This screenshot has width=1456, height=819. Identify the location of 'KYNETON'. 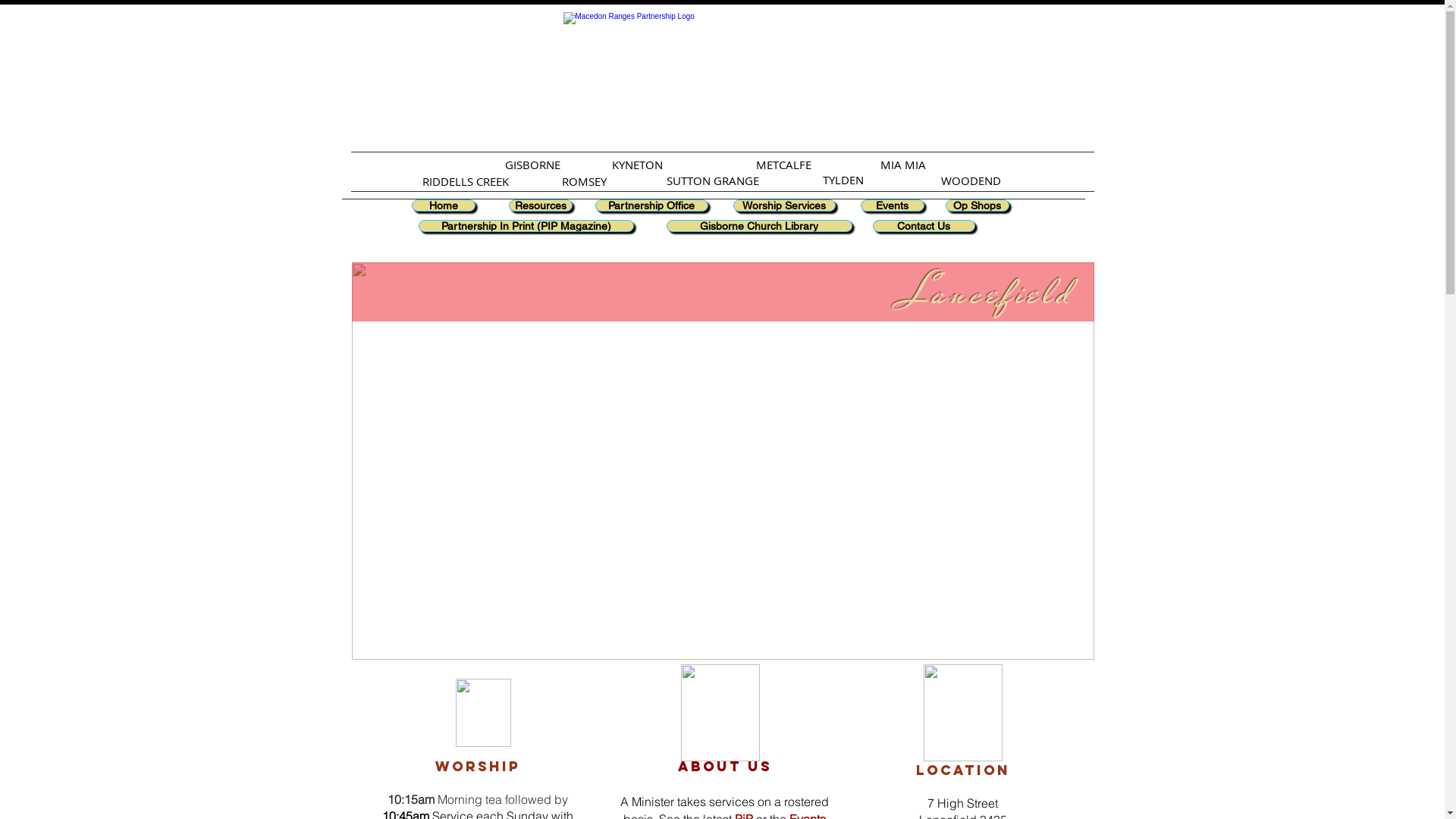
(611, 164).